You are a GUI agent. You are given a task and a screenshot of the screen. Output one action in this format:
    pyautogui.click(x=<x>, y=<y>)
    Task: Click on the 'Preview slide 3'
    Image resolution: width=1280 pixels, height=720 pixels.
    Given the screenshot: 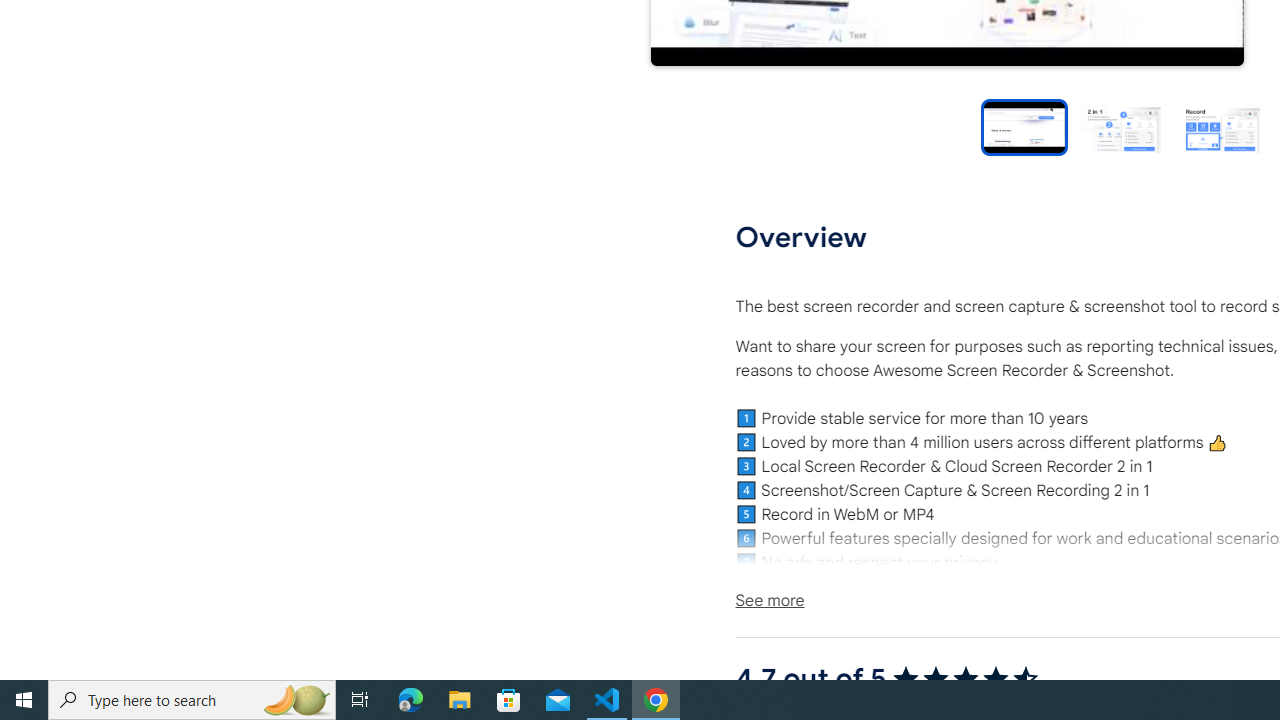 What is the action you would take?
    pyautogui.click(x=1221, y=126)
    